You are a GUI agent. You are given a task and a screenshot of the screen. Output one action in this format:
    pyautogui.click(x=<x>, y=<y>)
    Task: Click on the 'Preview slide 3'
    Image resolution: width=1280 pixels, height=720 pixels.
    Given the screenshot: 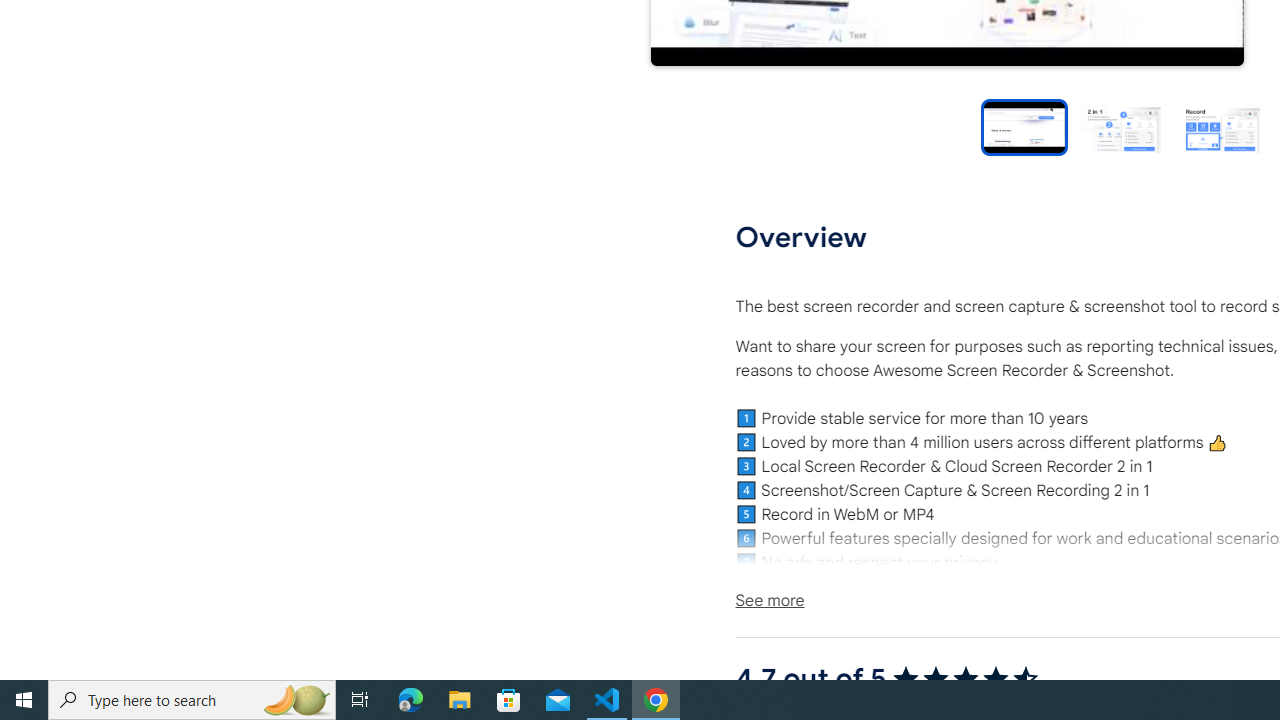 What is the action you would take?
    pyautogui.click(x=1221, y=126)
    